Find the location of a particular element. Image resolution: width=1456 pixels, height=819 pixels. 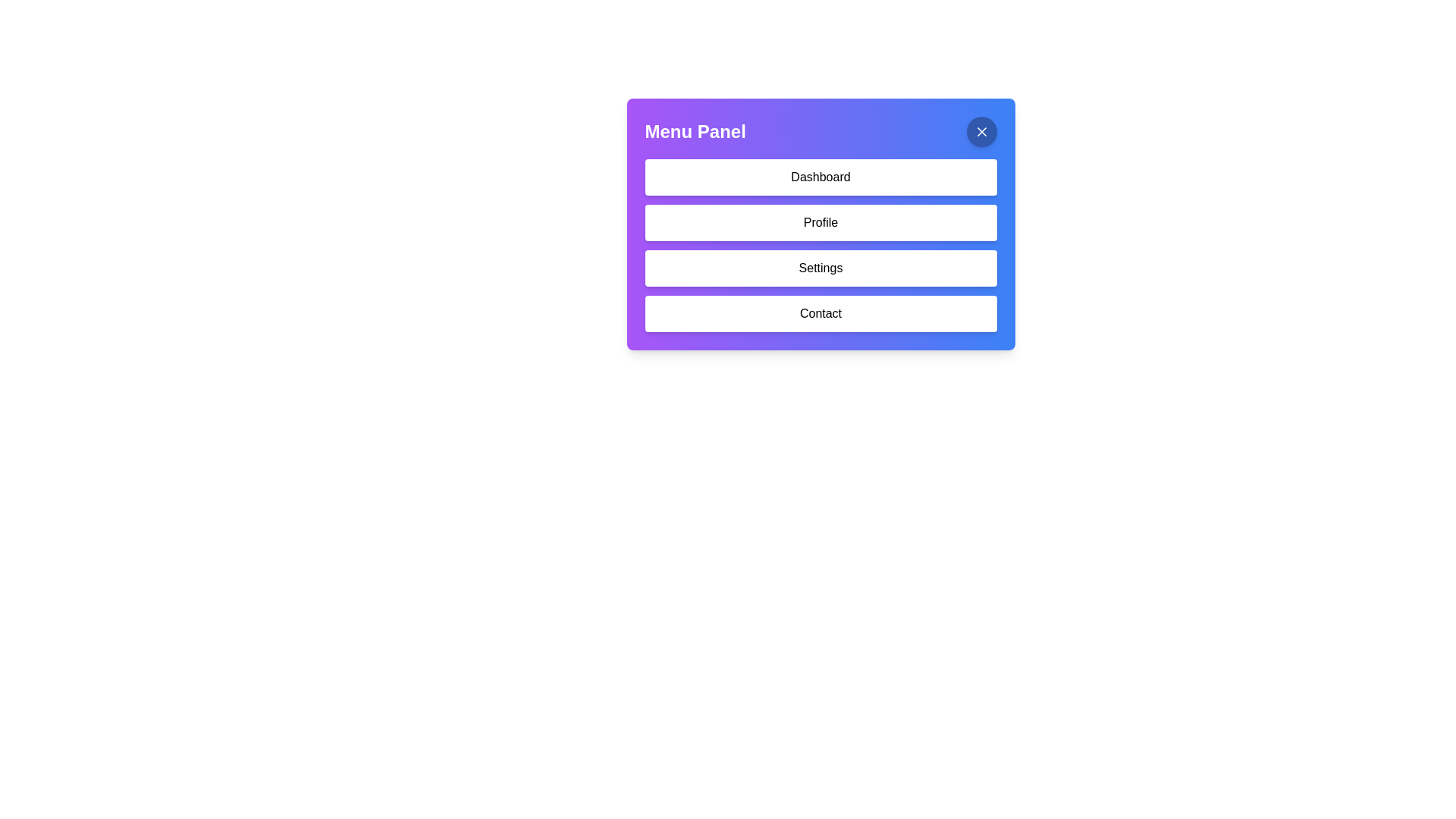

the 'Contact' button located at the bottom of the button group in the 'Menu Panel' is located at coordinates (820, 312).